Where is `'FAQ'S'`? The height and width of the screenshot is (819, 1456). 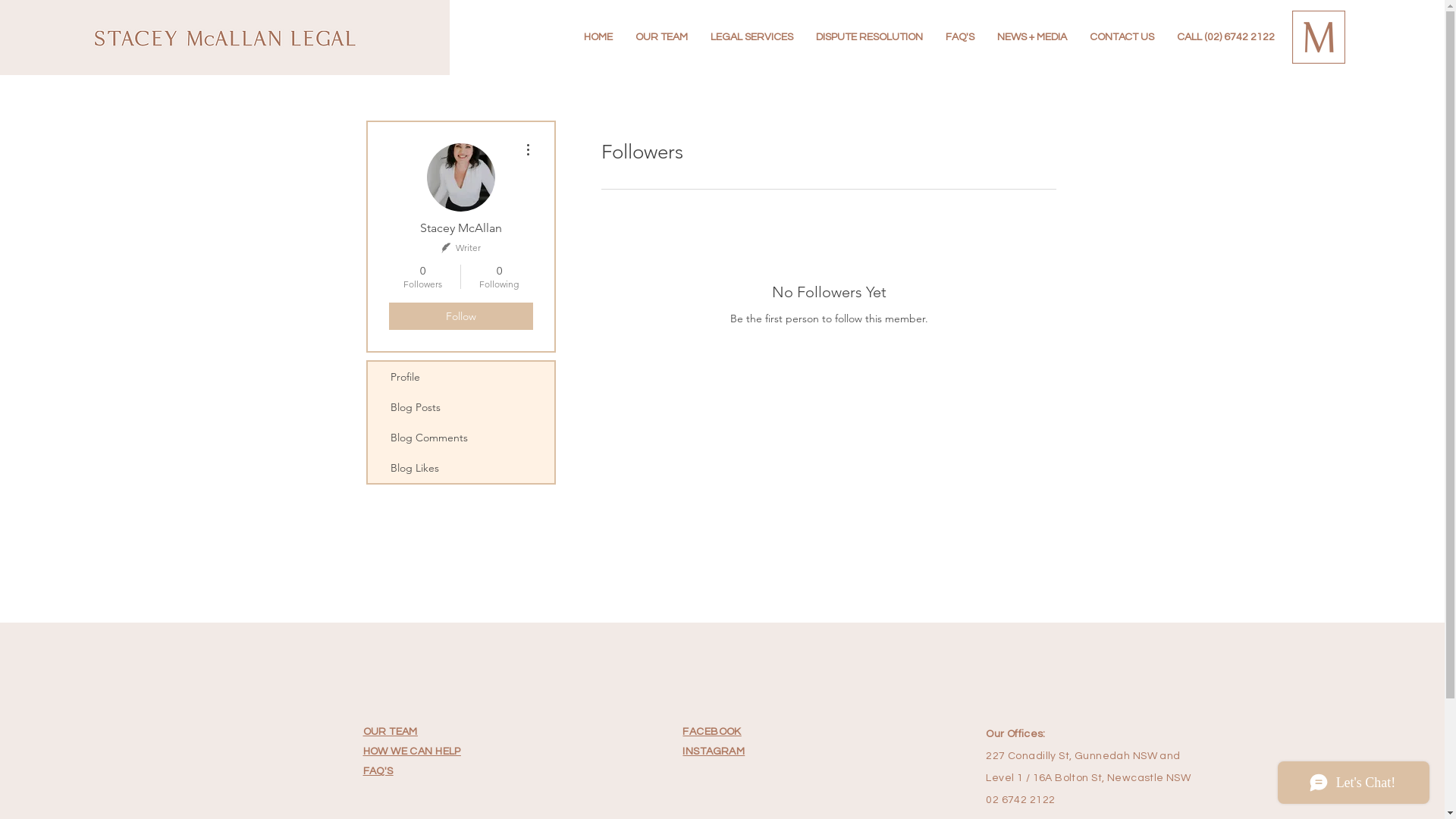 'FAQ'S' is located at coordinates (934, 36).